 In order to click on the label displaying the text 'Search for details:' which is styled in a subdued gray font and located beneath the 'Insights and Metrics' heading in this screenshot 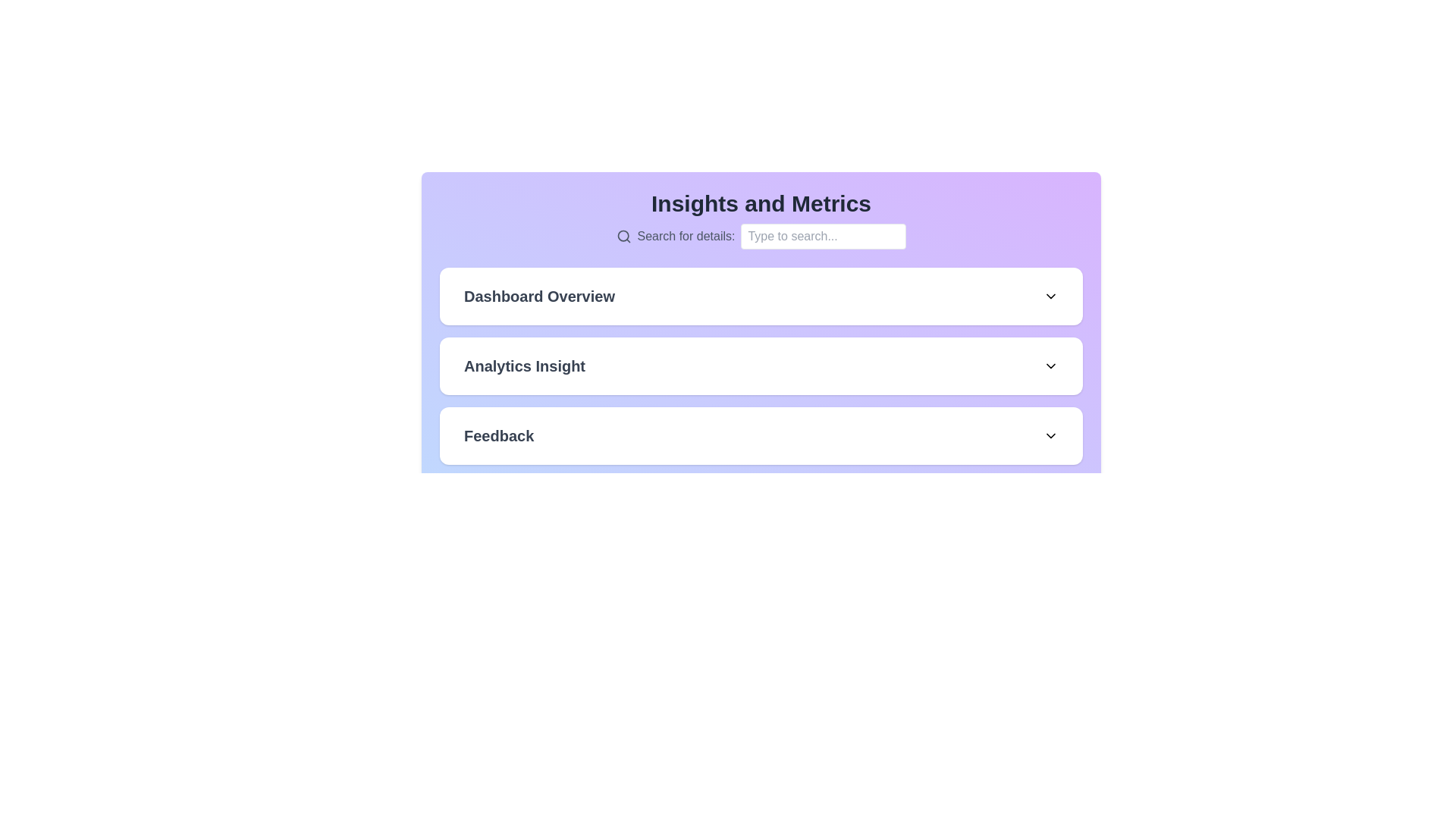, I will do `click(761, 237)`.